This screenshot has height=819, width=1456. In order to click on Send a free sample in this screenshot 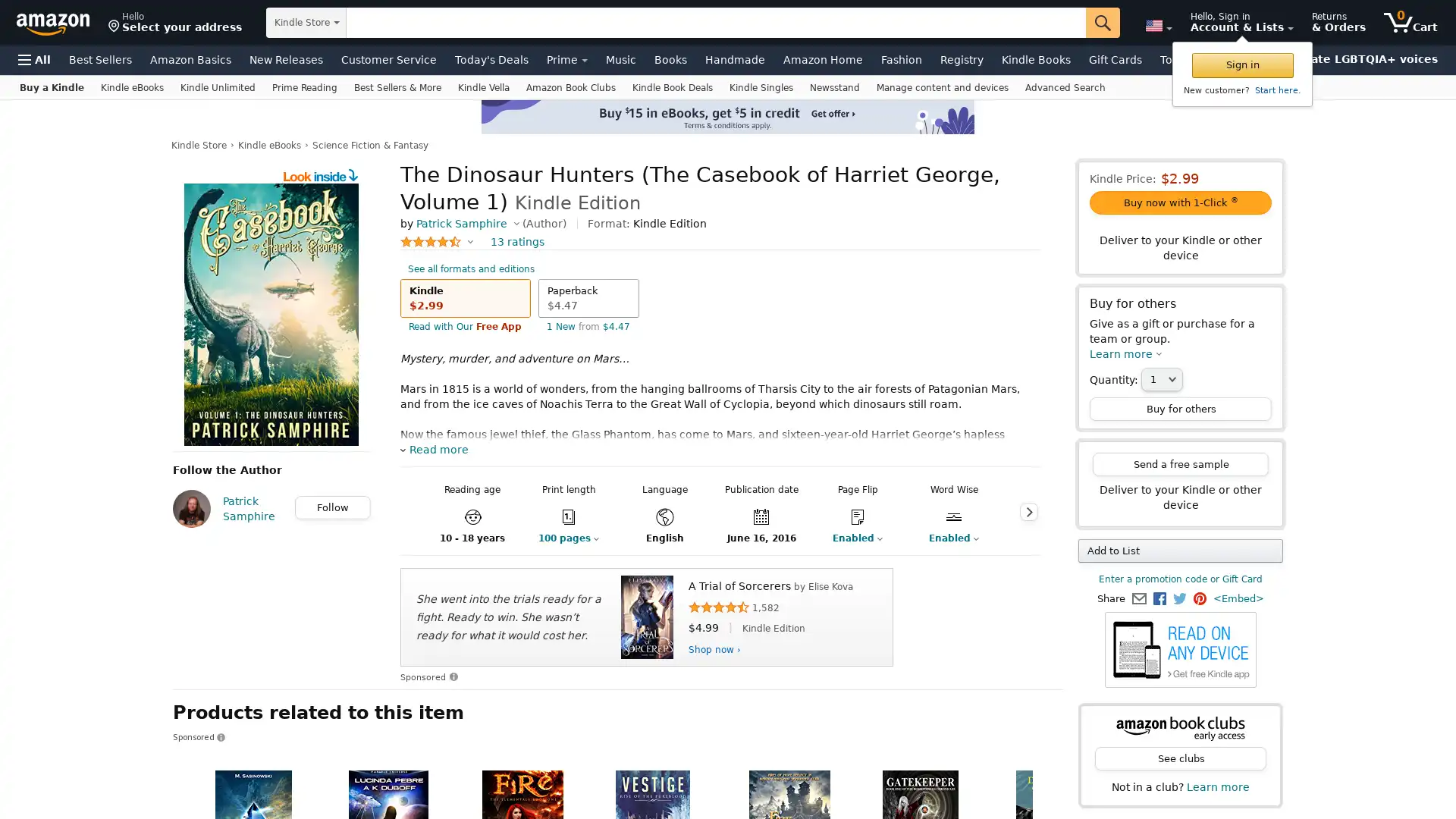, I will do `click(1179, 463)`.